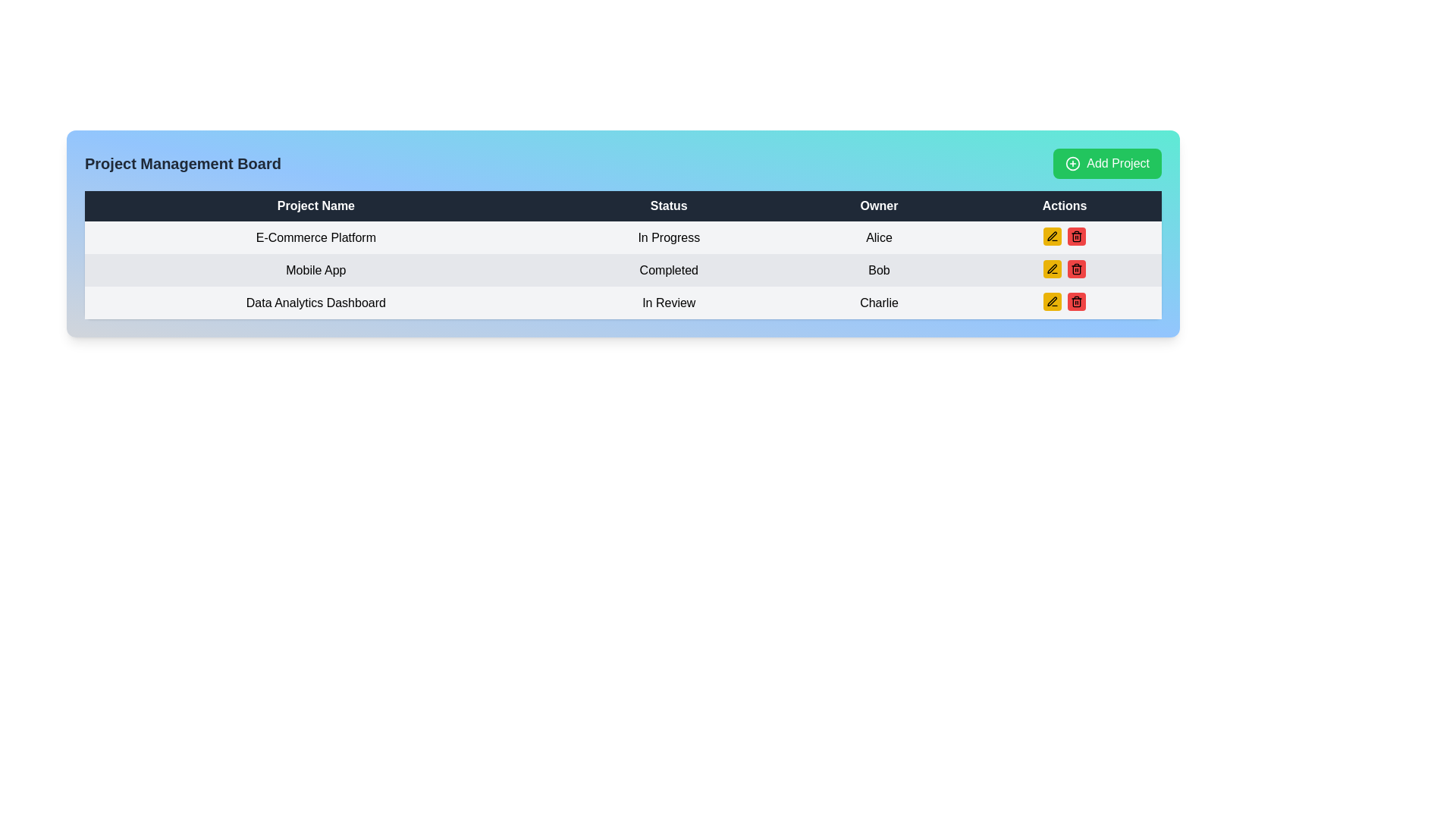 The height and width of the screenshot is (819, 1456). What do you see at coordinates (879, 237) in the screenshot?
I see `the text label displaying the name 'Alice', which identifies the owner of the project under the 'Owner' column for 'E-Commerce Platform'` at bounding box center [879, 237].